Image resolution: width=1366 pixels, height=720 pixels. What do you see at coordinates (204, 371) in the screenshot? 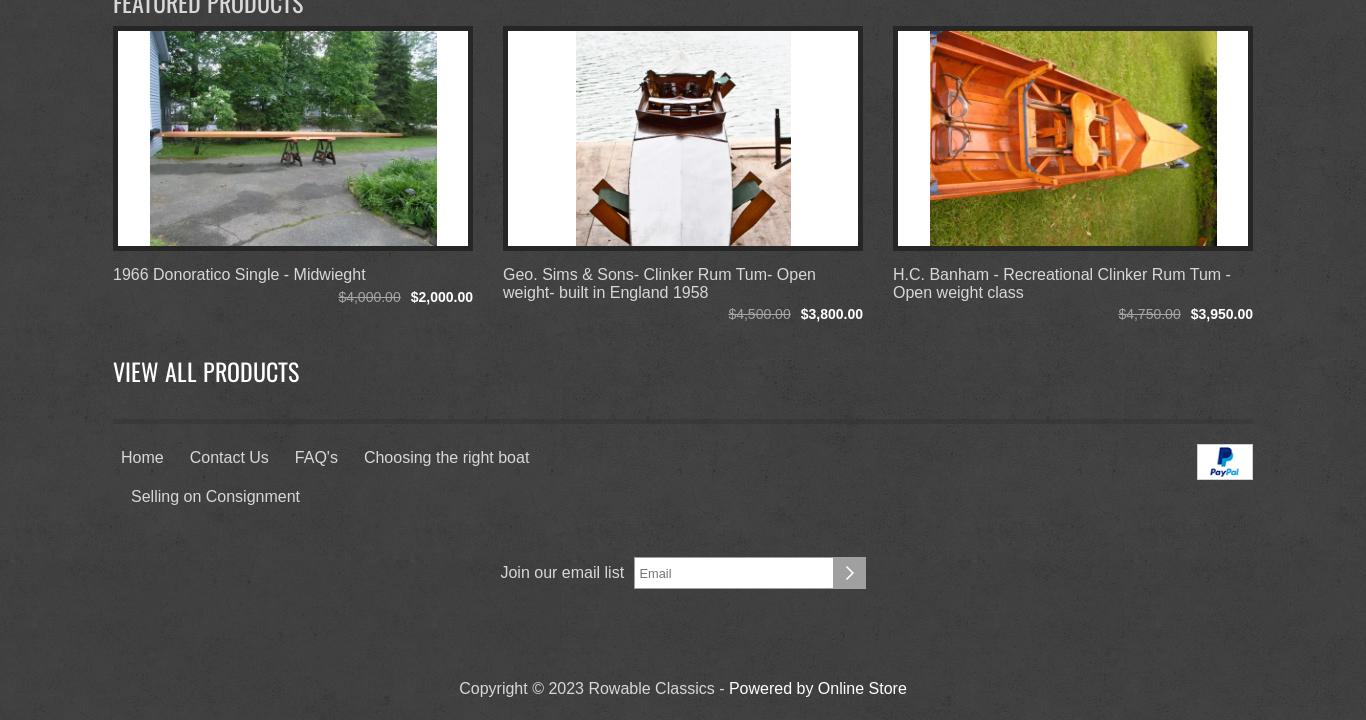
I see `'View All Products'` at bounding box center [204, 371].